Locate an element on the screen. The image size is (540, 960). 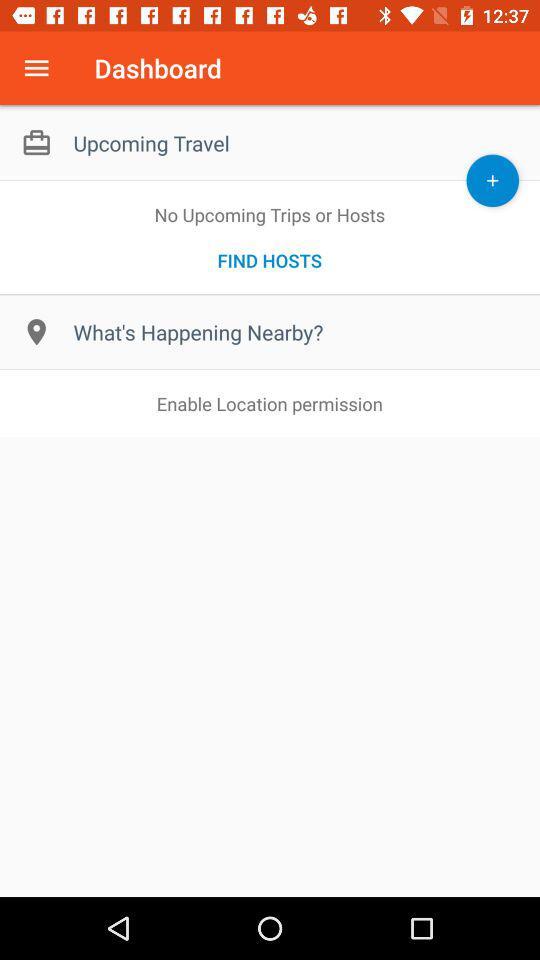
open app menu is located at coordinates (36, 68).